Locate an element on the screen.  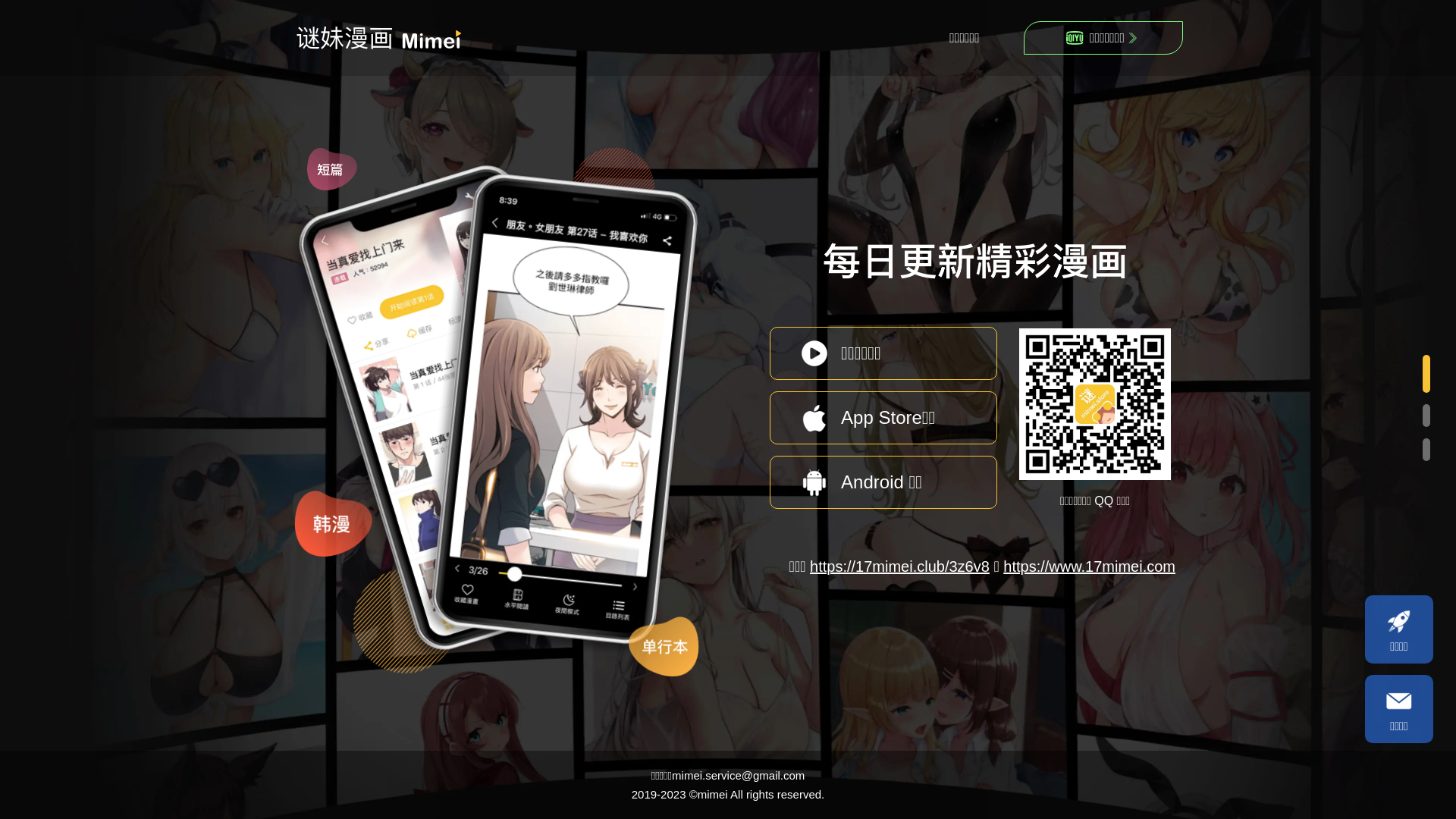
'Section 2' is located at coordinates (1423, 417).